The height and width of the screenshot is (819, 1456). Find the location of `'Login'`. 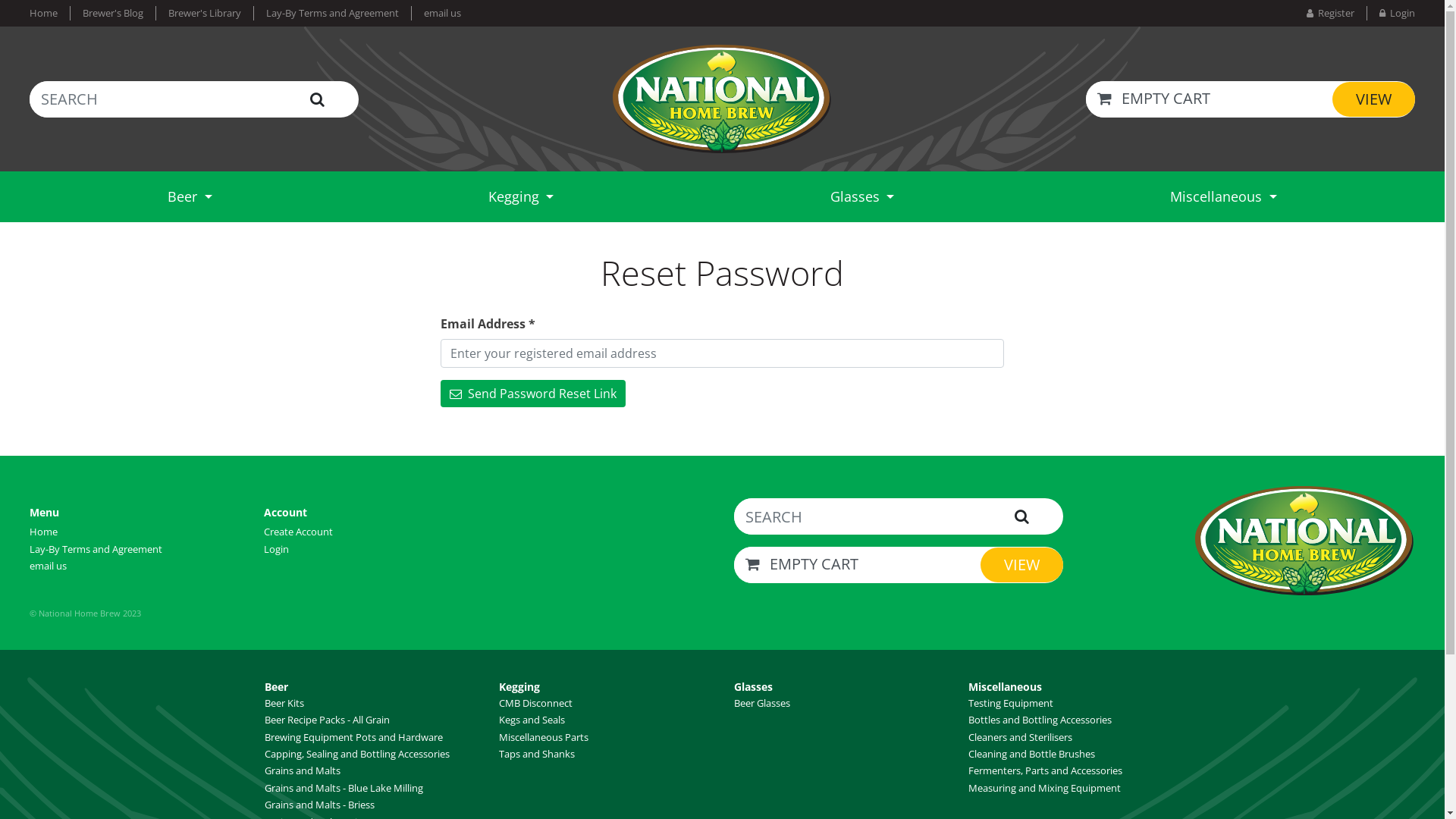

'Login' is located at coordinates (276, 548).